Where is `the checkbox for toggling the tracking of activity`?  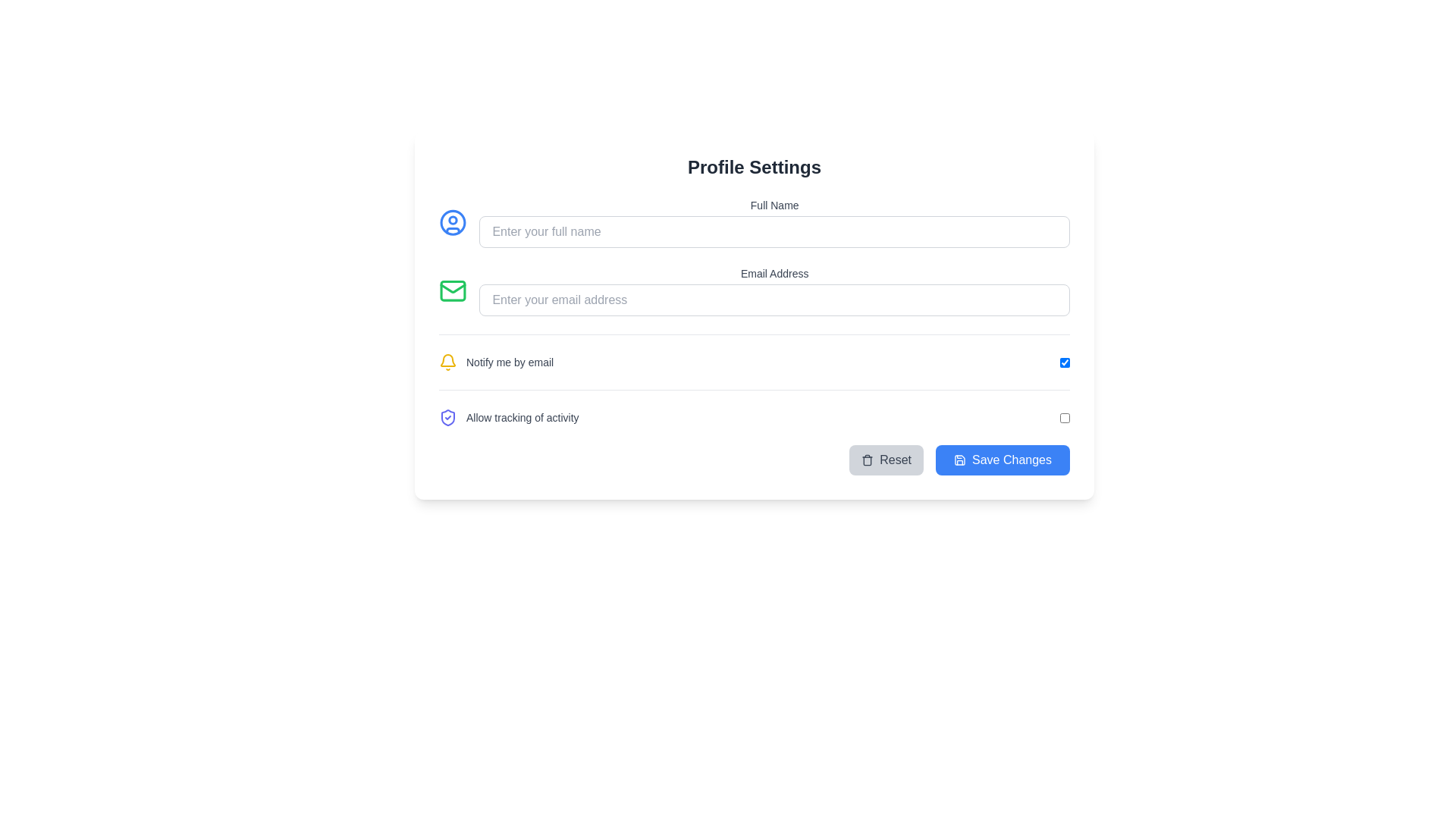
the checkbox for toggling the tracking of activity is located at coordinates (1064, 418).